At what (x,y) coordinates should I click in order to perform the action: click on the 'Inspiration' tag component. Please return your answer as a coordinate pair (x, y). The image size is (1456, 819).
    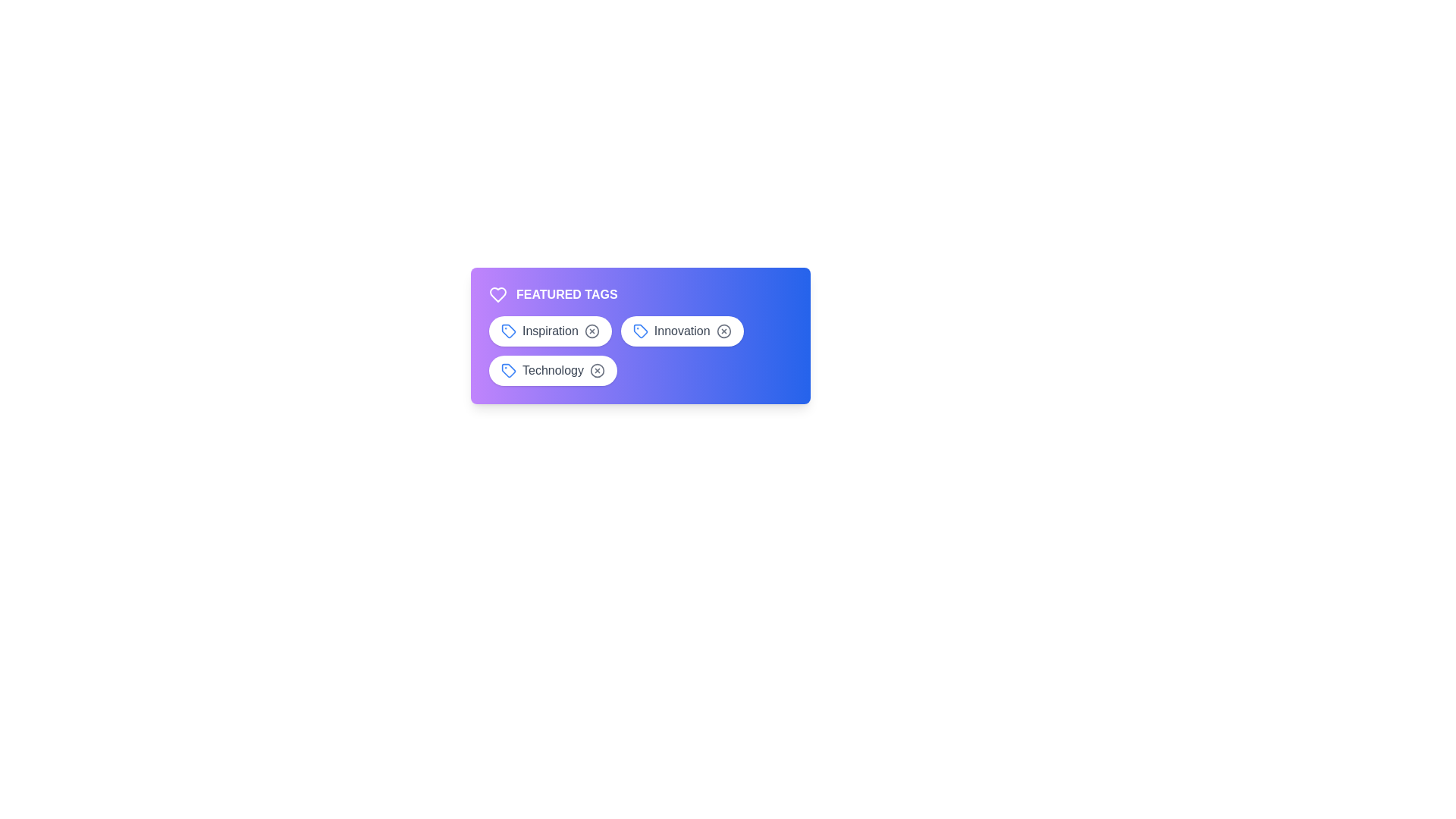
    Looking at the image, I should click on (549, 330).